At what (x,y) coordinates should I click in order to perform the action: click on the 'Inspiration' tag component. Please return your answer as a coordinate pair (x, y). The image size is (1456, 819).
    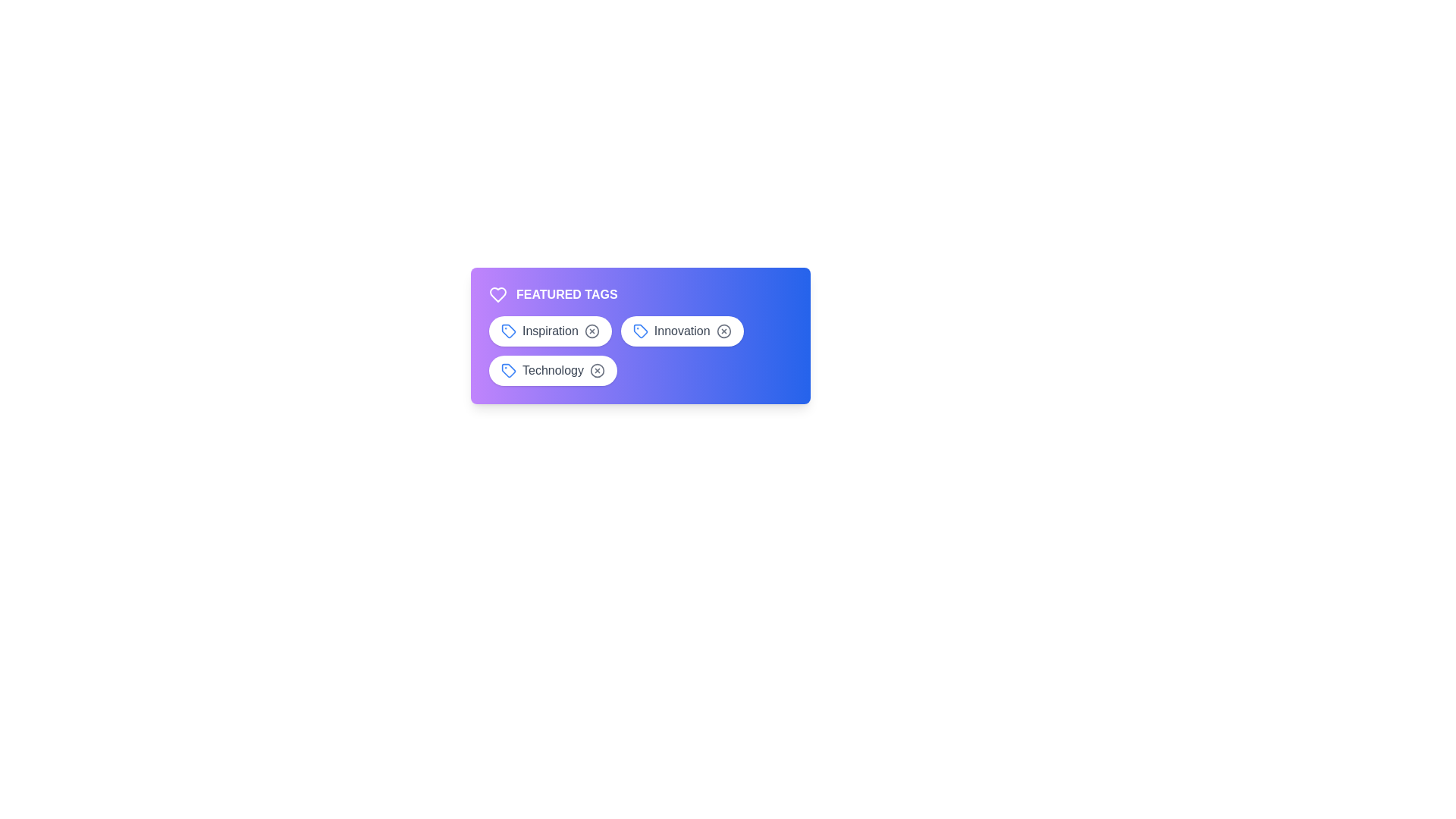
    Looking at the image, I should click on (549, 330).